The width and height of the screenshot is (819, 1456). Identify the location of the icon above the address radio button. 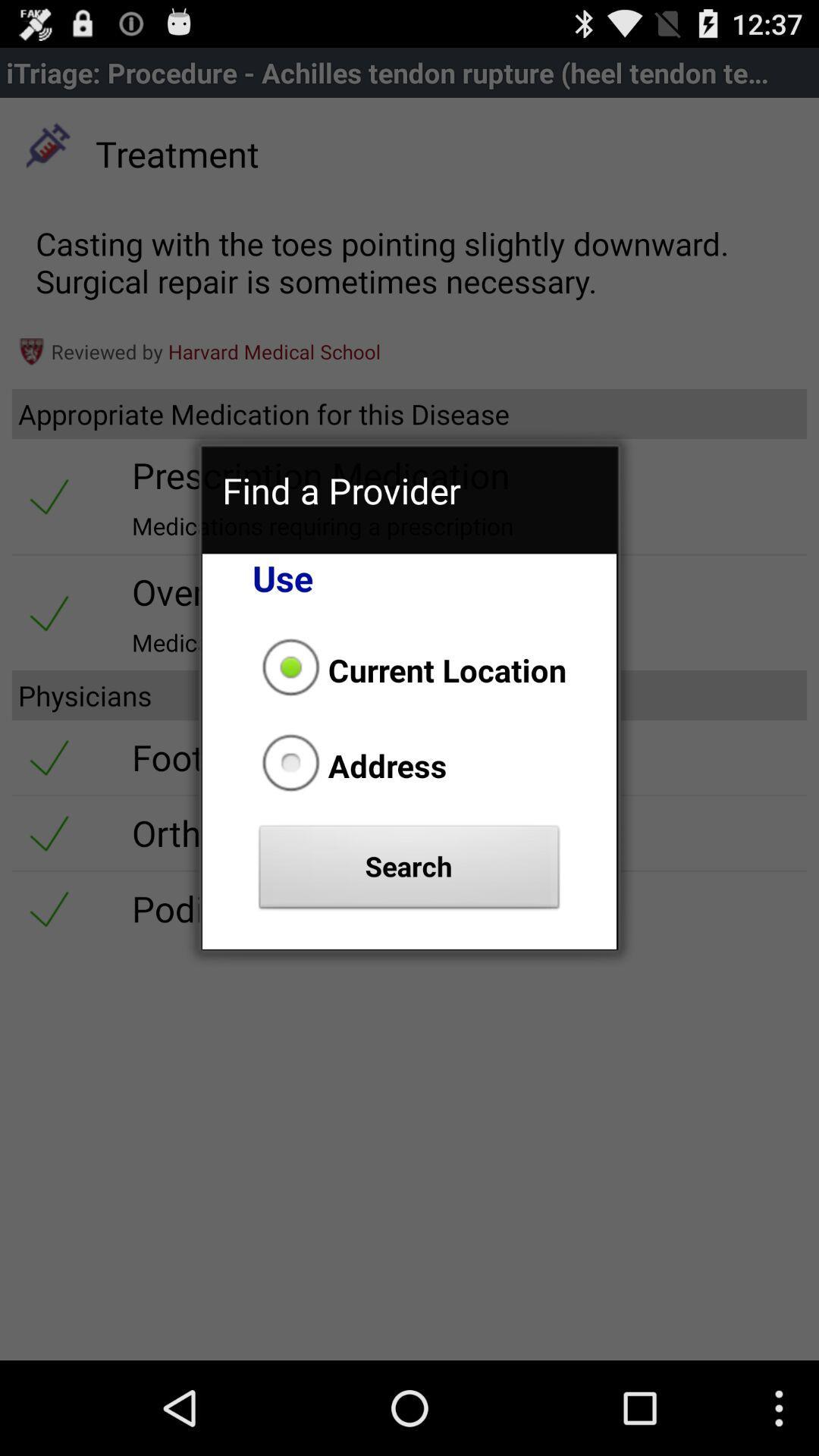
(409, 669).